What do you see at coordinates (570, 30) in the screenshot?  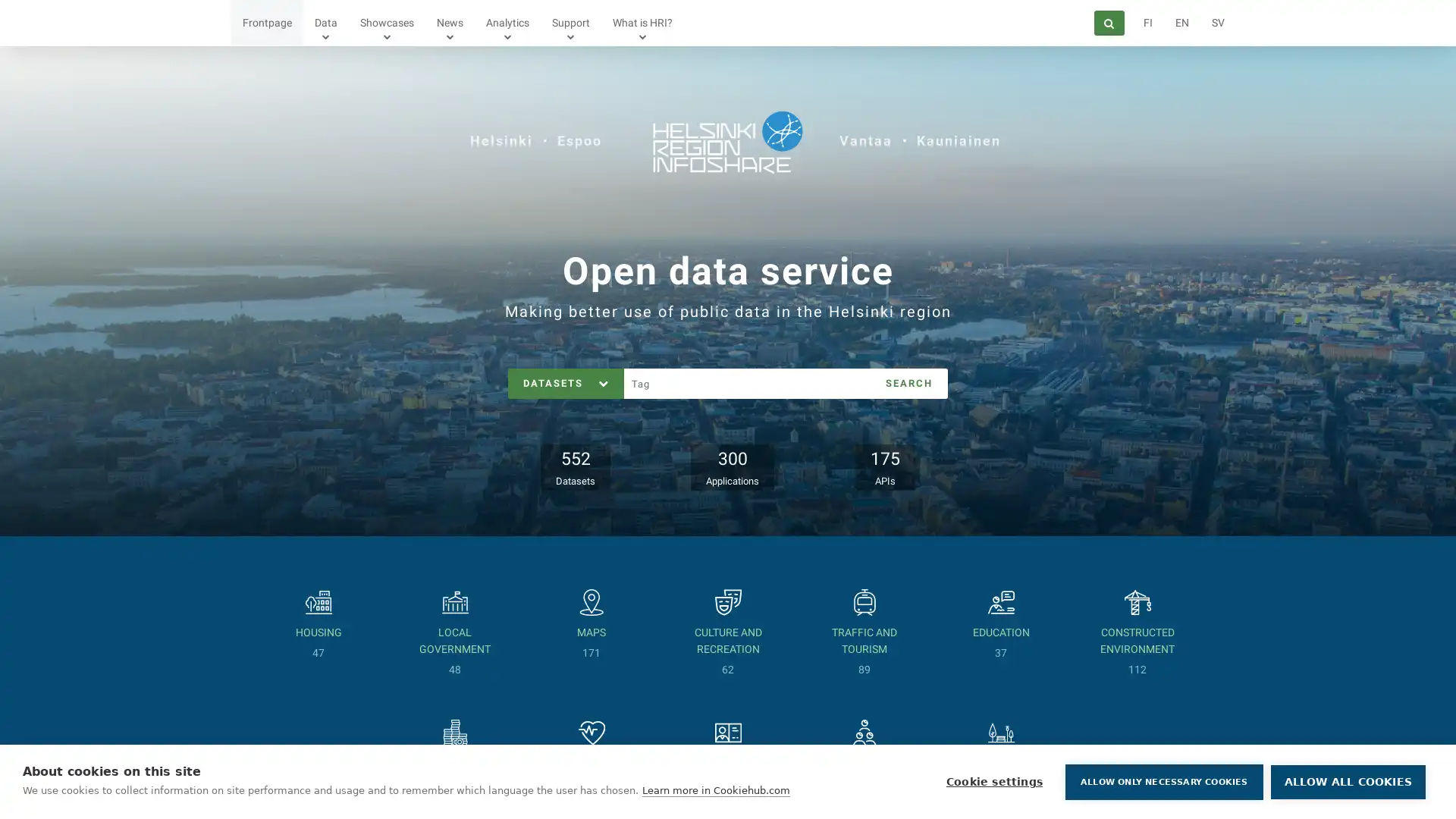 I see `Show submenu for Support` at bounding box center [570, 30].